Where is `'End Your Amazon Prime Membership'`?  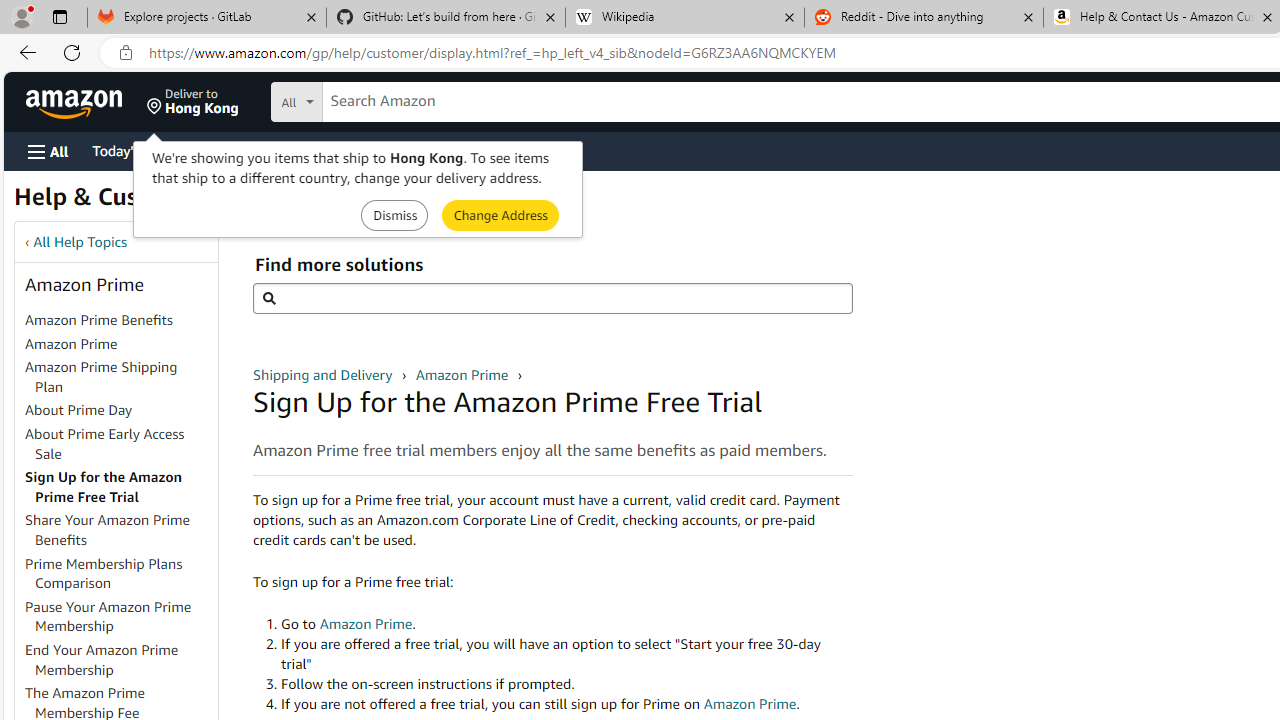
'End Your Amazon Prime Membership' is located at coordinates (101, 659).